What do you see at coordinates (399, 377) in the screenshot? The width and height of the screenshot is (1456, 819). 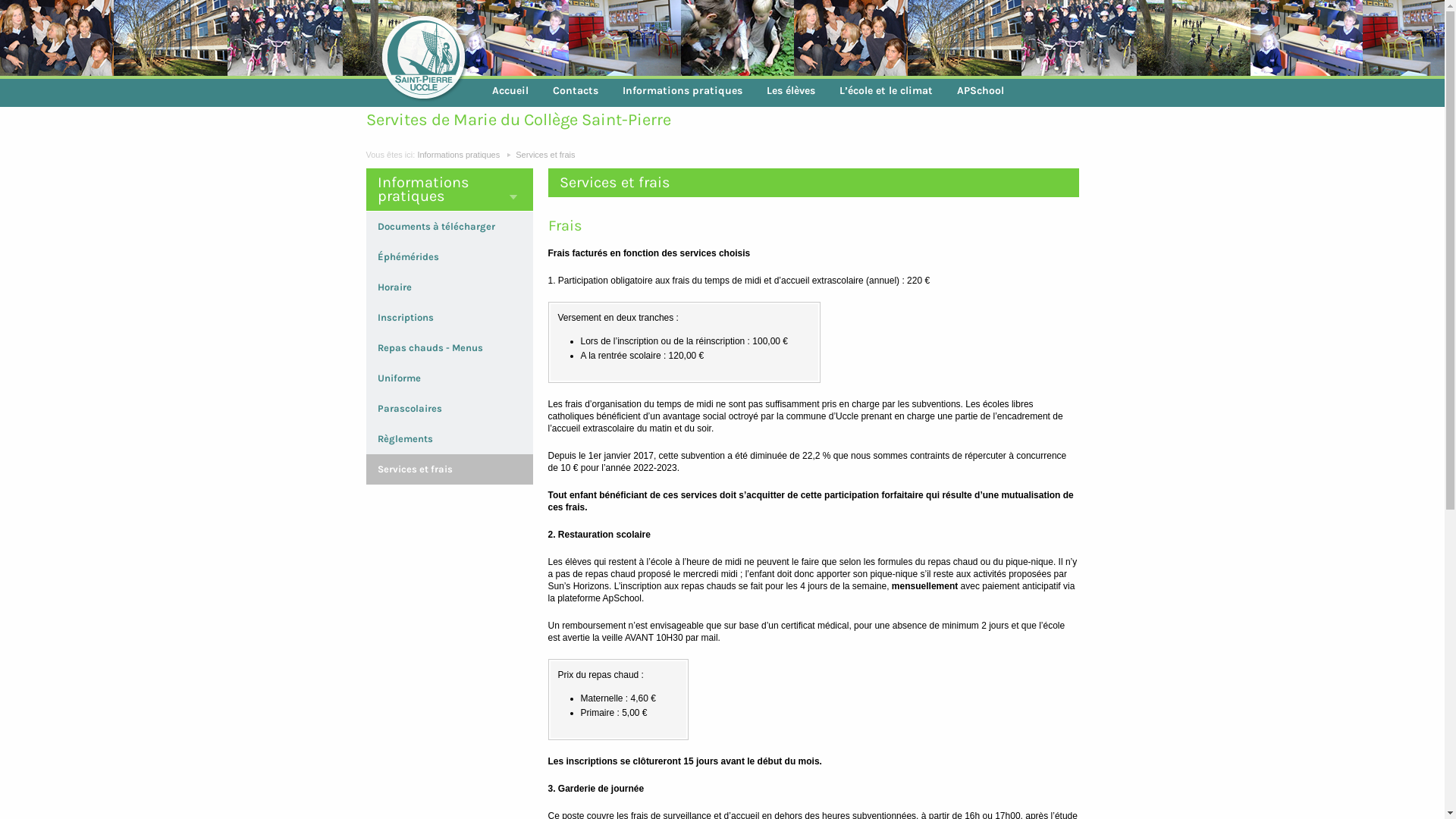 I see `'Uniforme'` at bounding box center [399, 377].